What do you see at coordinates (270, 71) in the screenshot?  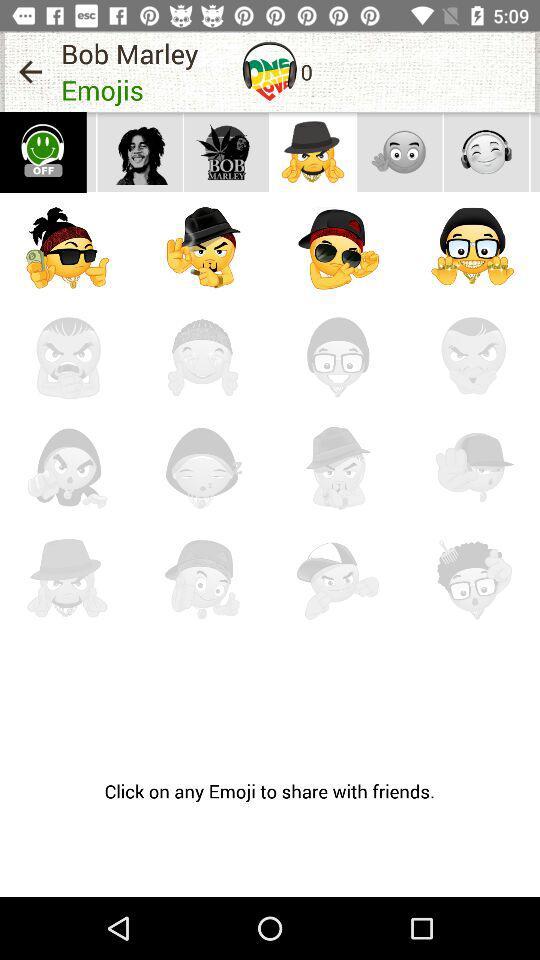 I see `item next to the bob marley item` at bounding box center [270, 71].